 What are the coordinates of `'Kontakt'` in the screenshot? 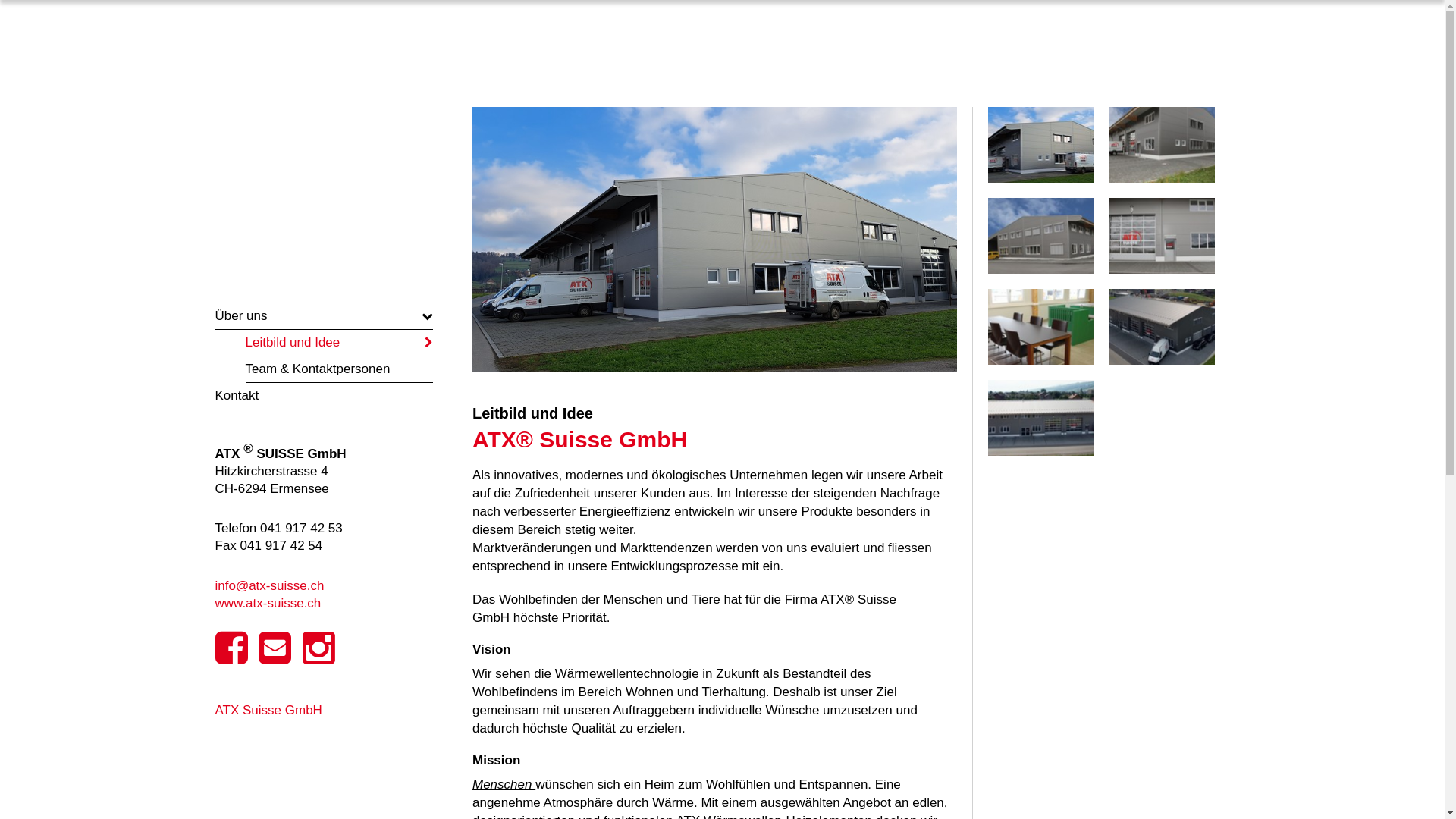 It's located at (323, 394).